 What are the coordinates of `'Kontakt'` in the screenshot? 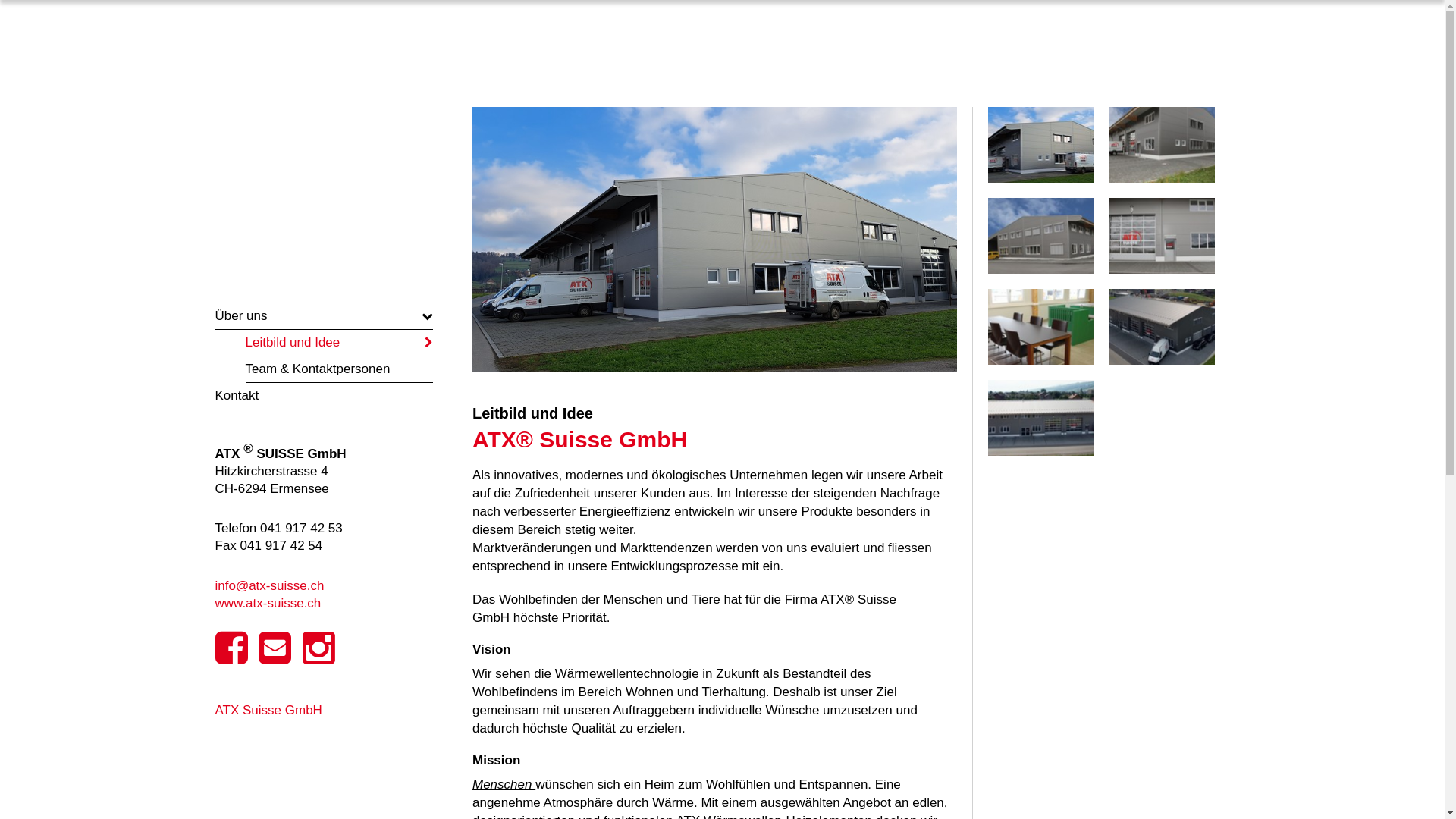 It's located at (323, 394).